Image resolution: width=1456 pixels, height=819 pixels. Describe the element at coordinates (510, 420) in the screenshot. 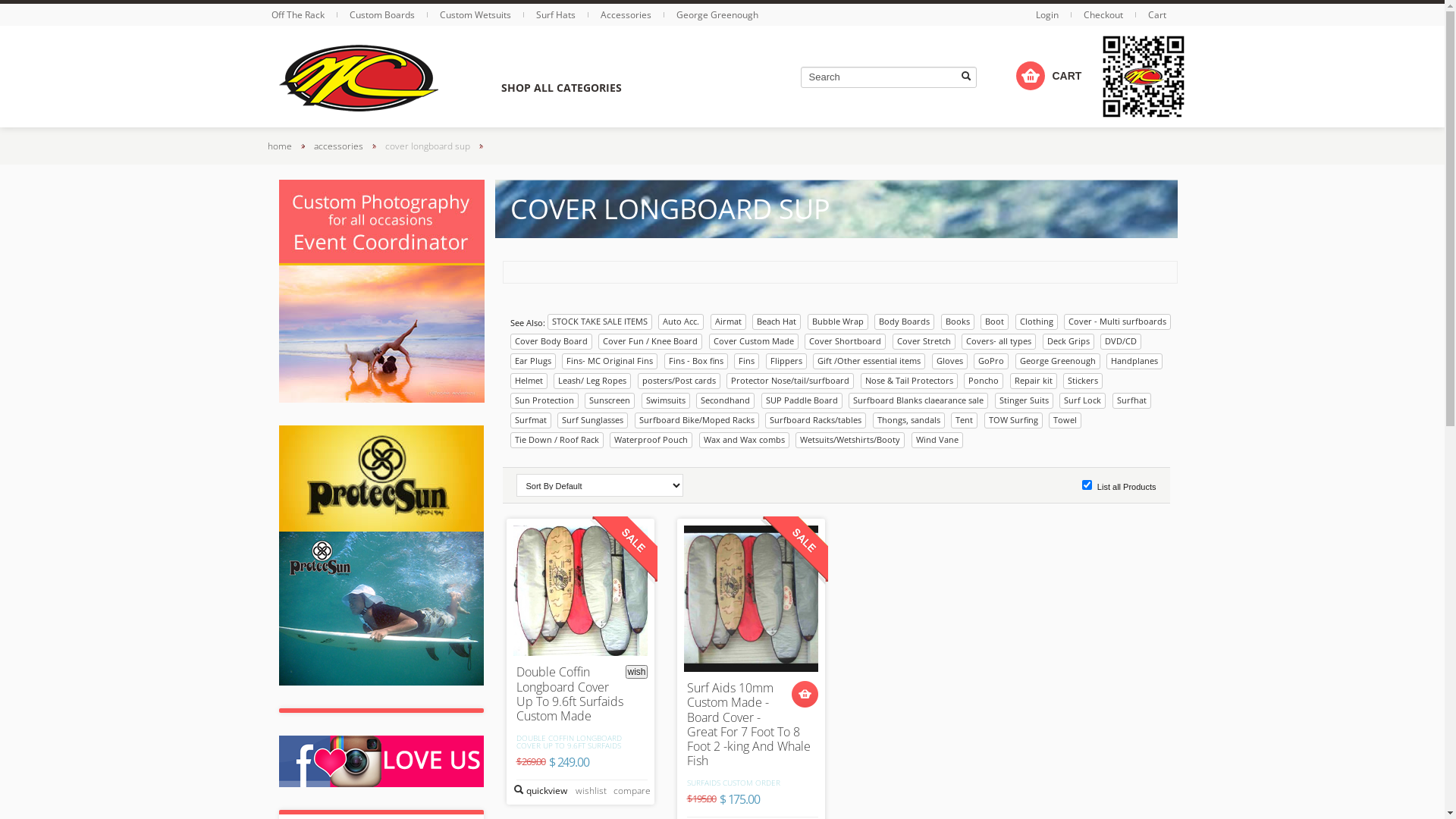

I see `'Surfmat'` at that location.